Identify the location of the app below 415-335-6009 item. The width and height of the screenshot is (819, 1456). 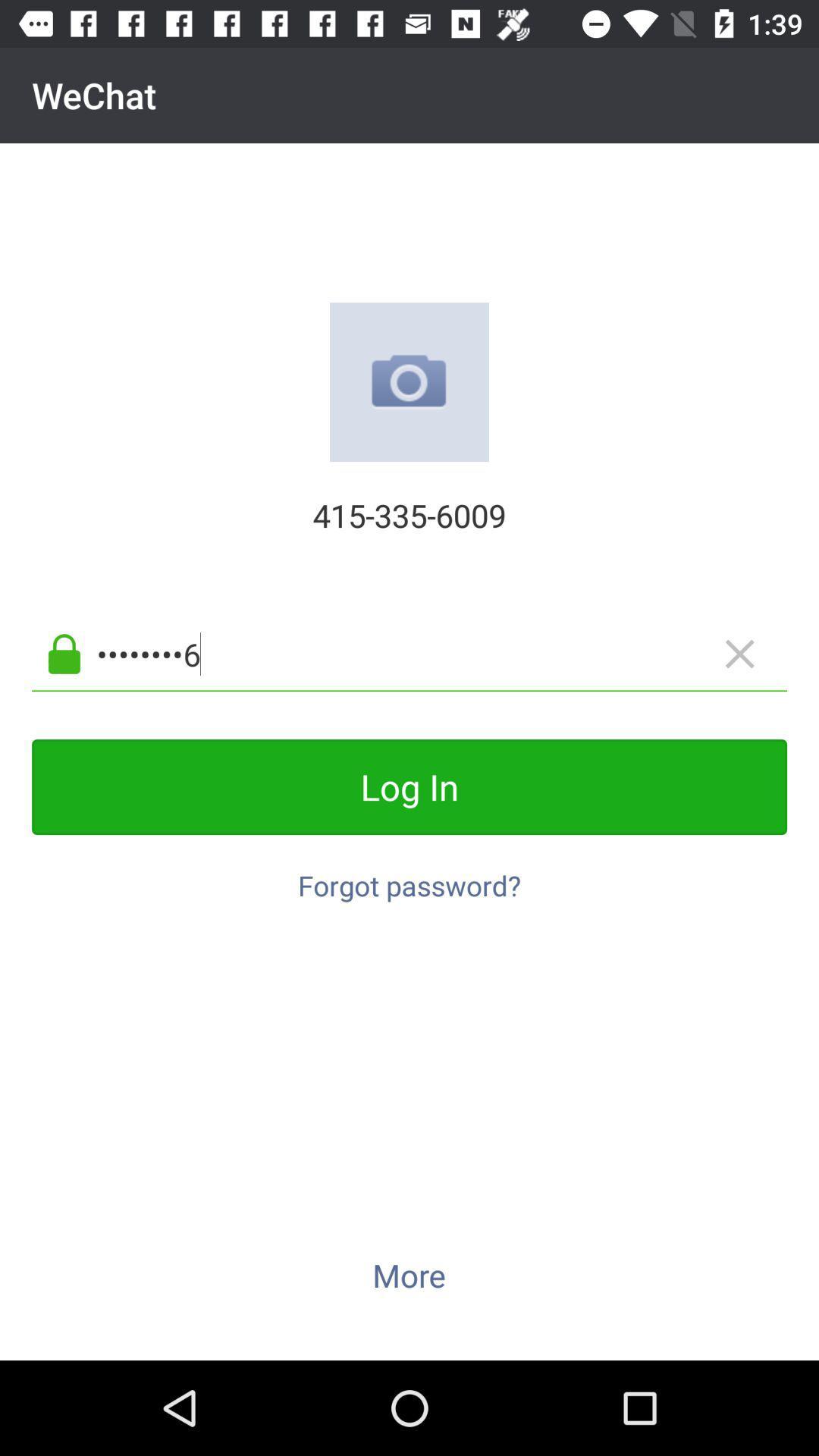
(434, 654).